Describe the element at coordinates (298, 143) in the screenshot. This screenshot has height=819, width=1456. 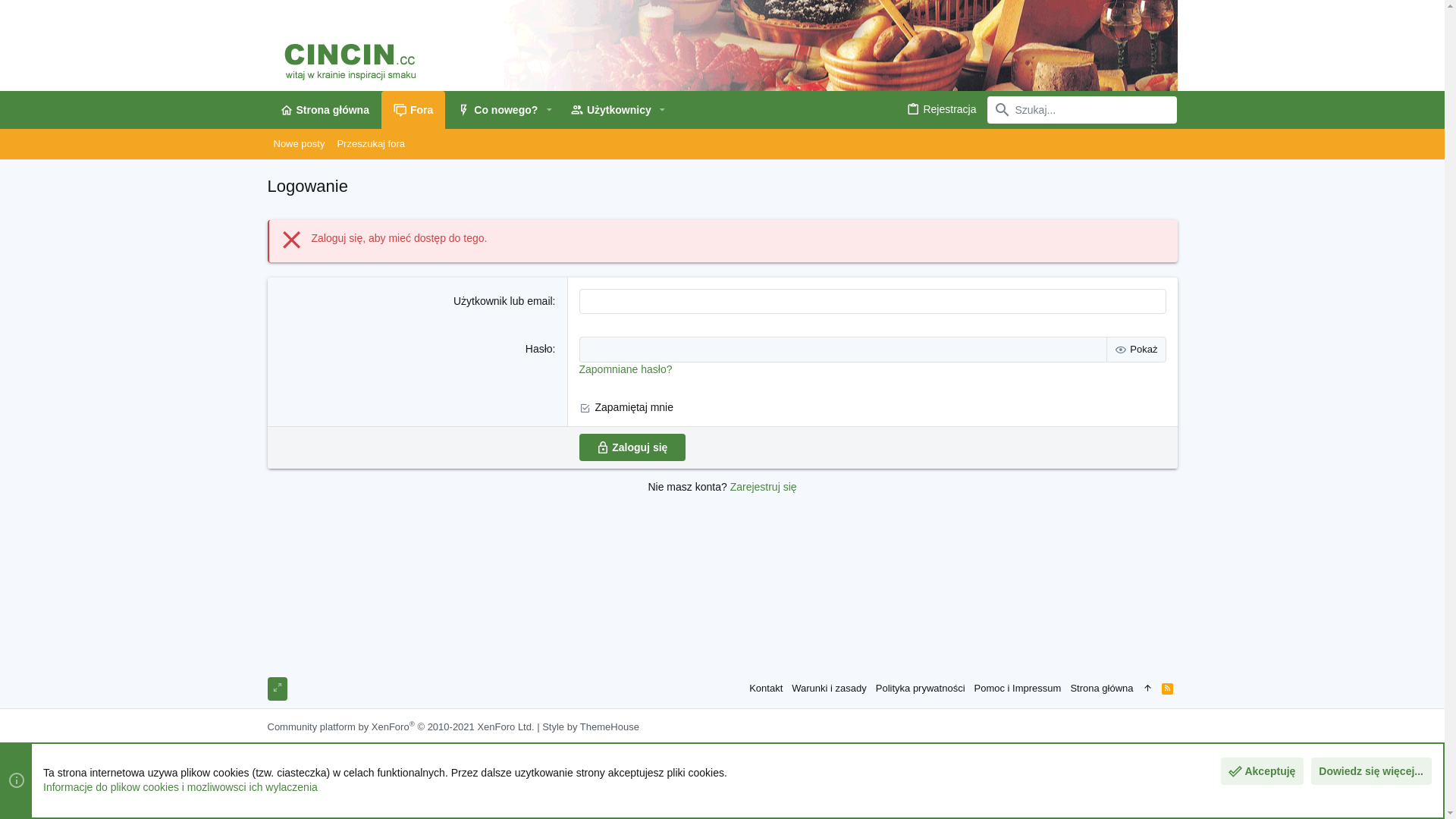
I see `'Nowe posty'` at that location.